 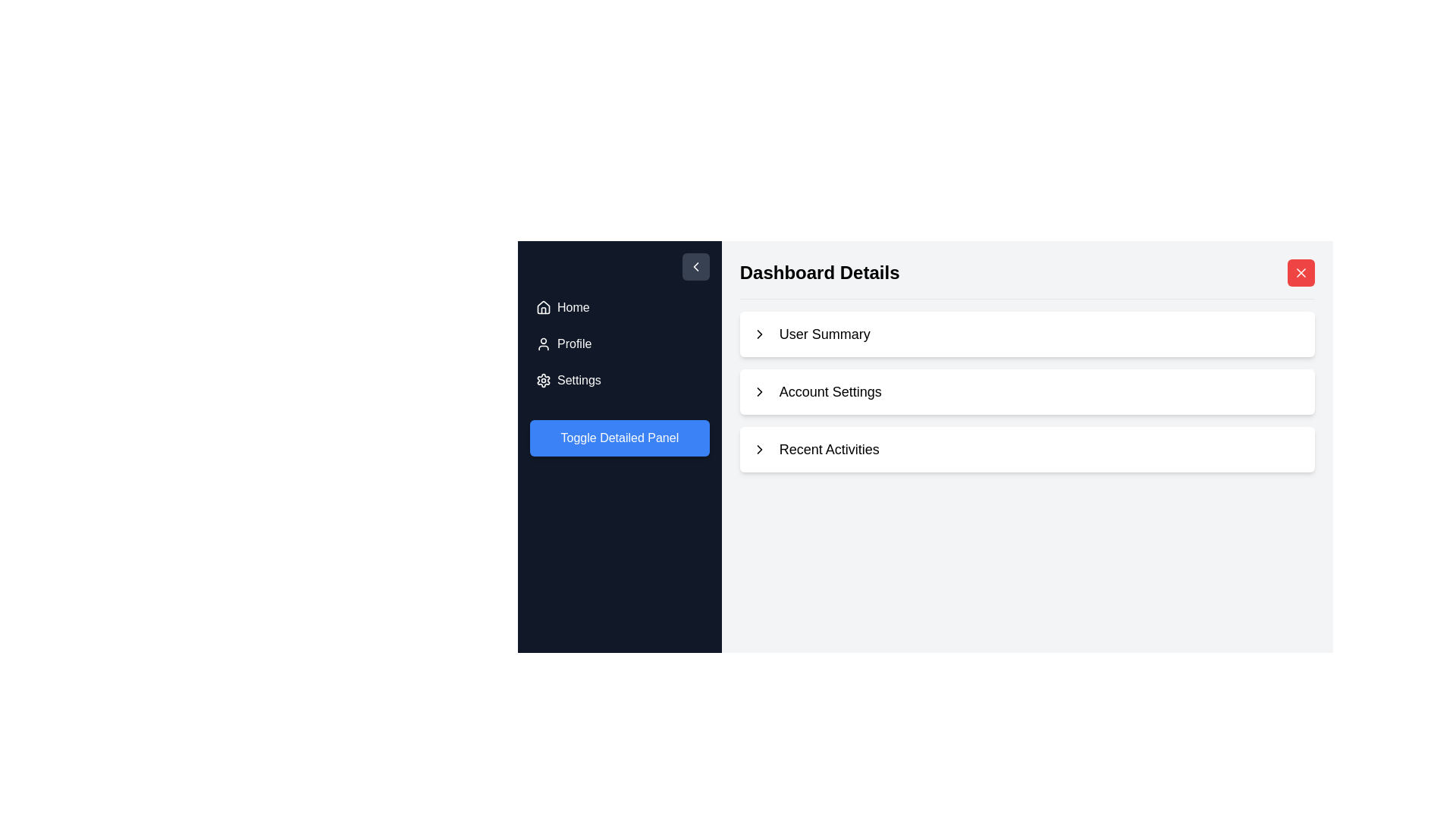 What do you see at coordinates (759, 333) in the screenshot?
I see `the right-pointing chevron icon located near the left side of the 'User Summary' card in the 'Dashboard Details' section` at bounding box center [759, 333].